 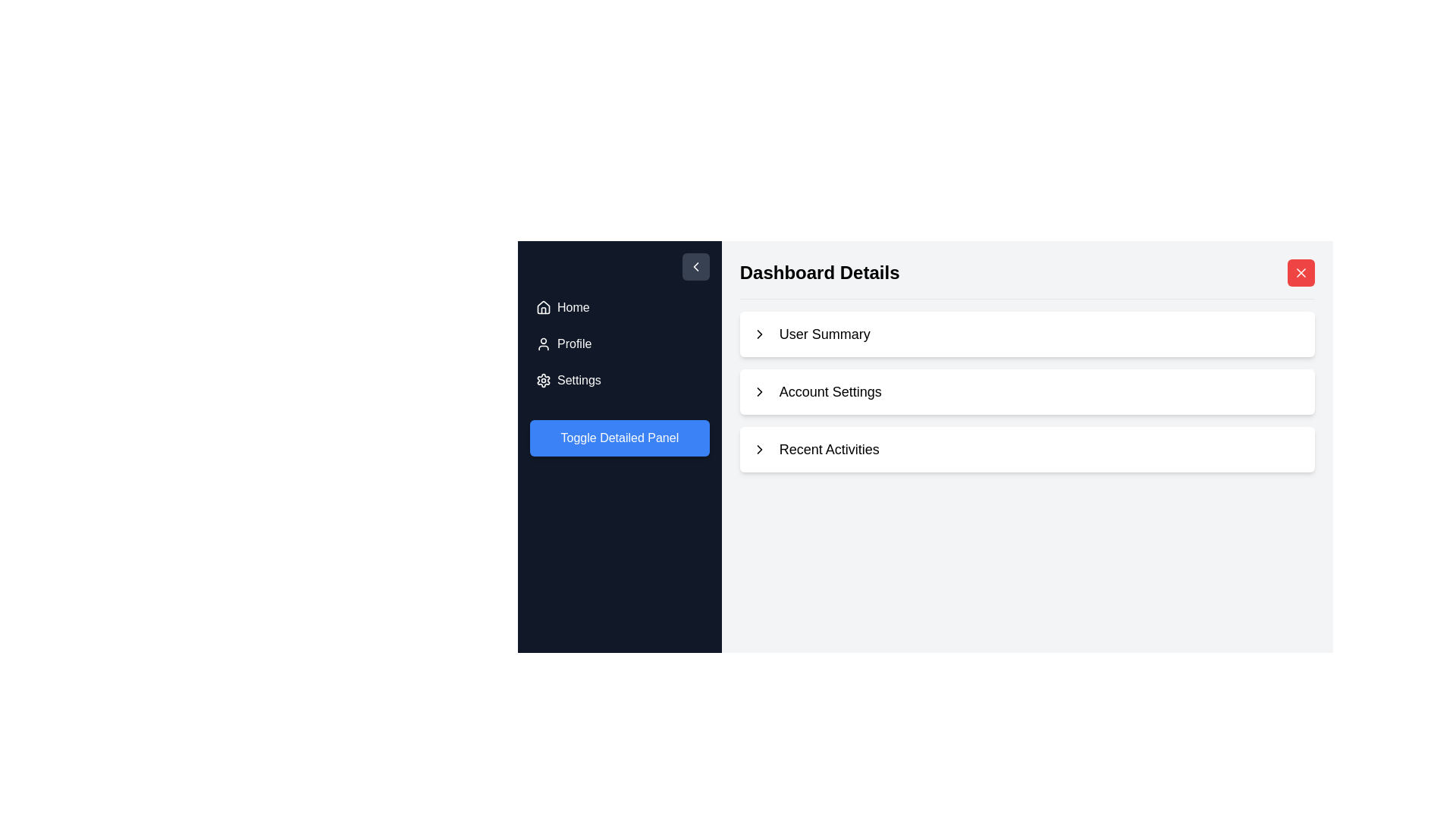 What do you see at coordinates (759, 333) in the screenshot?
I see `the right-pointing chevron icon located near the left side of the 'User Summary' card in the 'Dashboard Details' section` at bounding box center [759, 333].